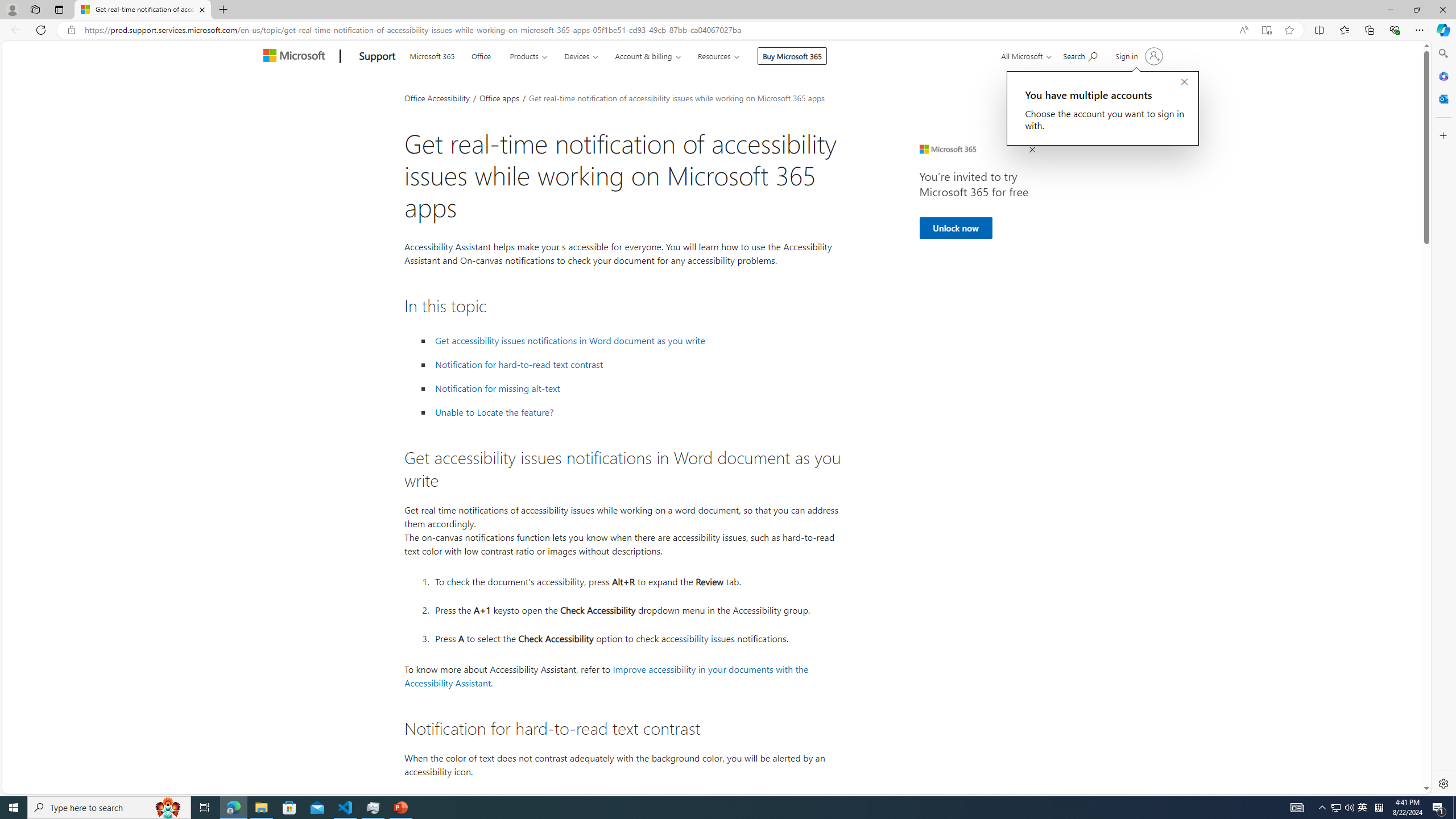 The height and width of the screenshot is (819, 1456). What do you see at coordinates (1266, 30) in the screenshot?
I see `'Enter Immersive Reader (F9)'` at bounding box center [1266, 30].